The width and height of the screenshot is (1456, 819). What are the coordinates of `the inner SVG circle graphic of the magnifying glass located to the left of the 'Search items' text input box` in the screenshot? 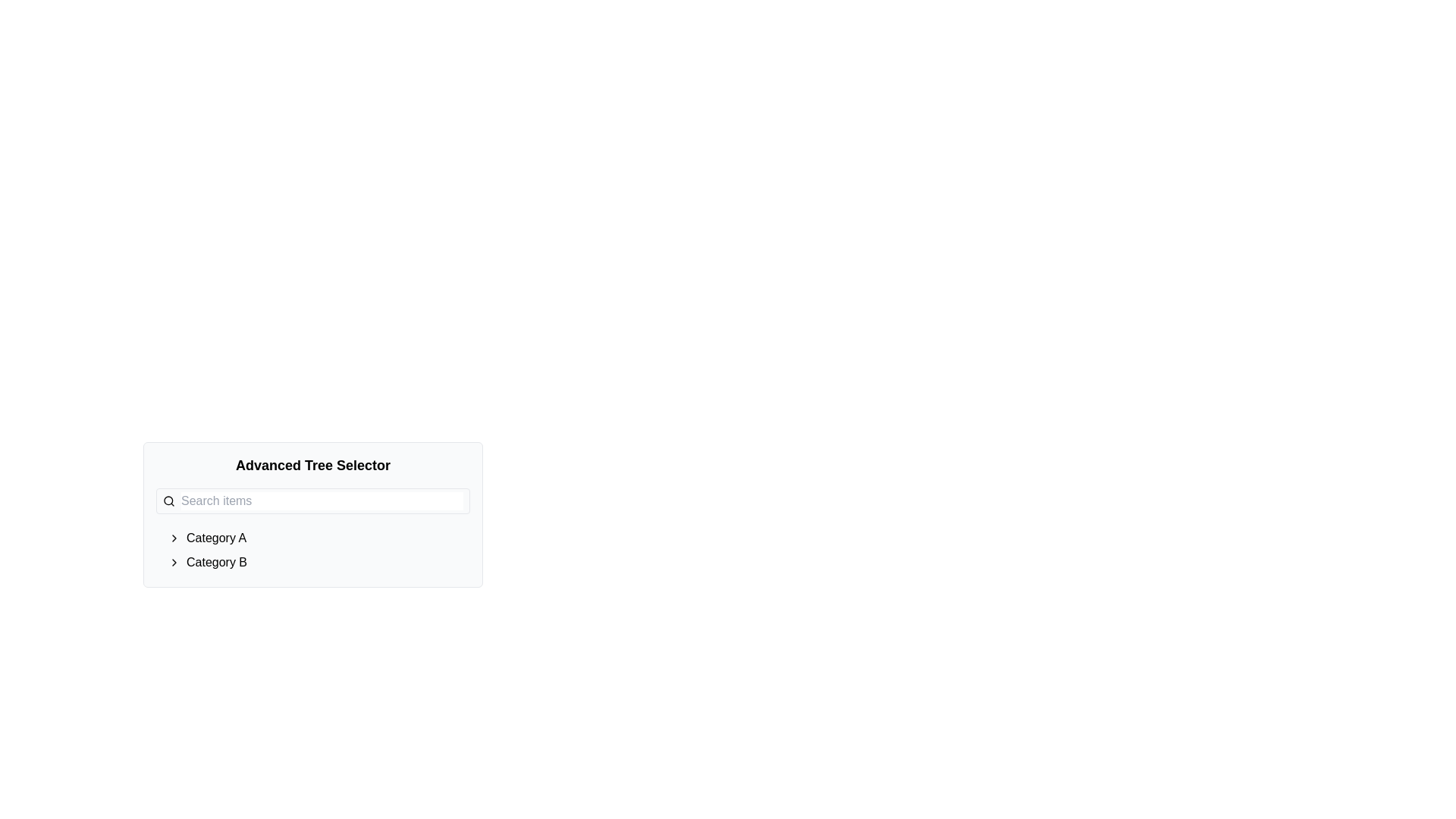 It's located at (168, 500).